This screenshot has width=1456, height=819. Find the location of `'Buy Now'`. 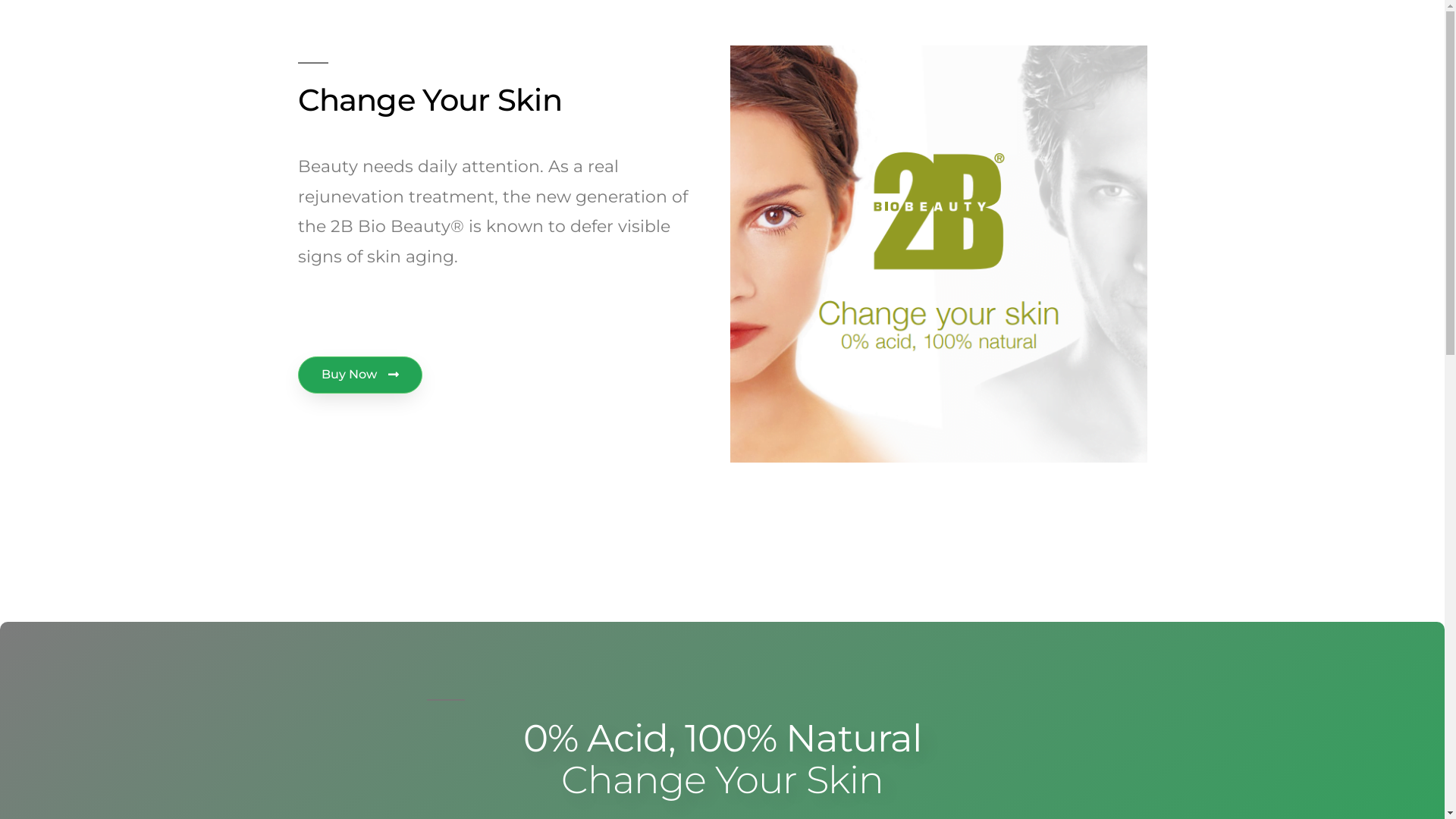

'Buy Now' is located at coordinates (359, 375).